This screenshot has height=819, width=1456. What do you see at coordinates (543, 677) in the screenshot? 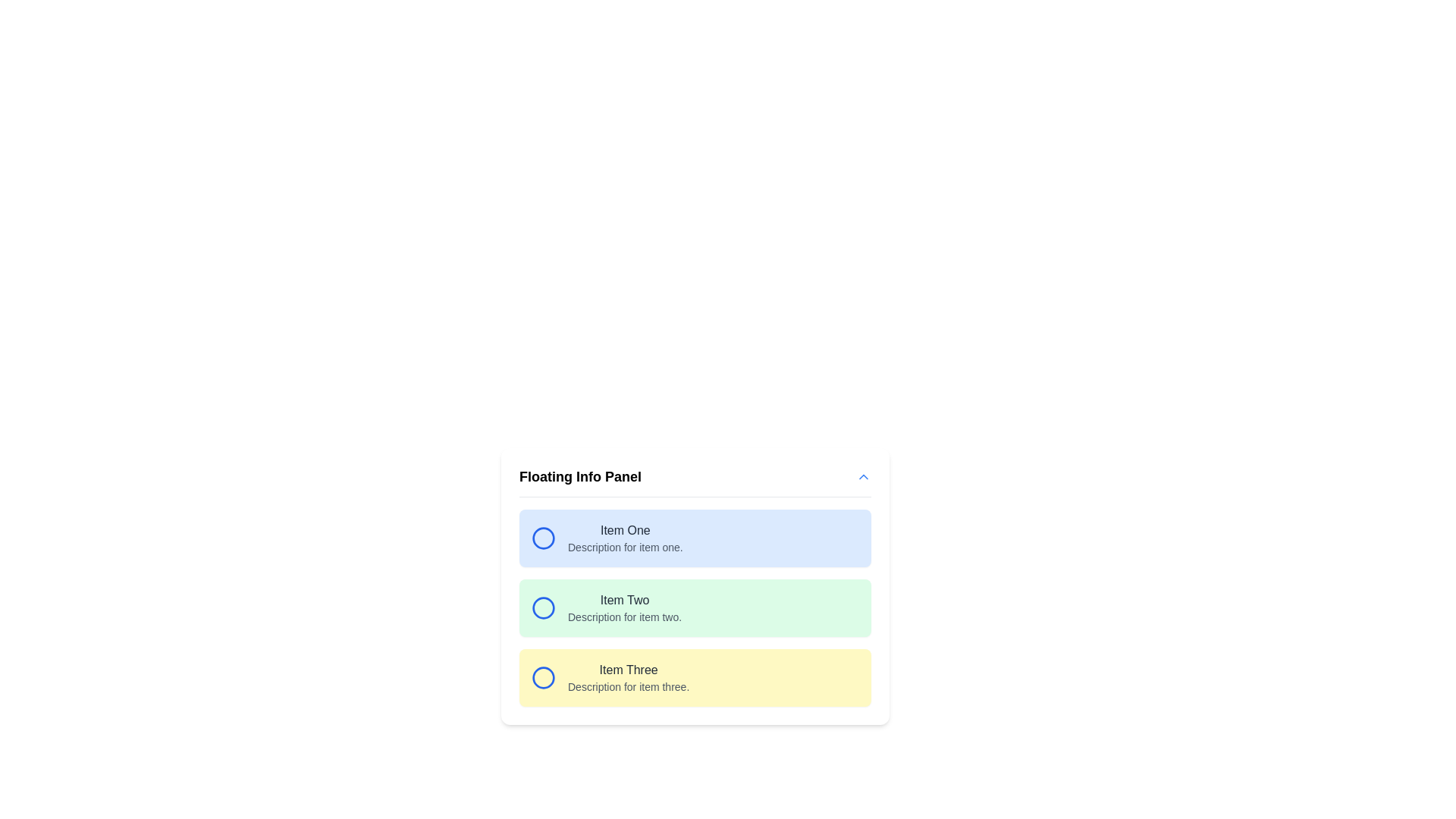
I see `the circular outline icon associated with 'Item Three' in the yellow background of the floating information panel for potential interaction` at bounding box center [543, 677].